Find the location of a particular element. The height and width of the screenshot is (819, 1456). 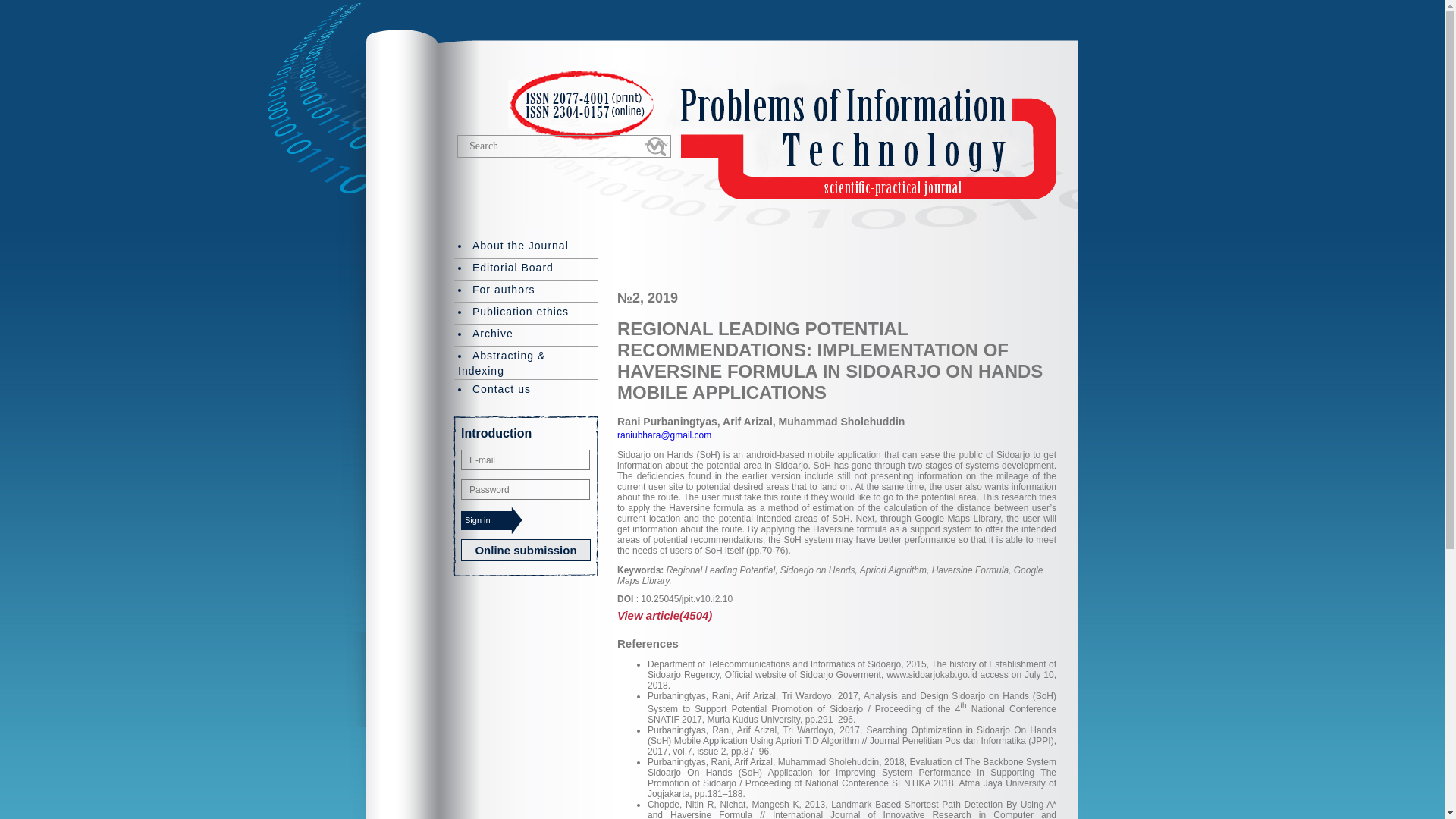

'Archive' is located at coordinates (526, 333).